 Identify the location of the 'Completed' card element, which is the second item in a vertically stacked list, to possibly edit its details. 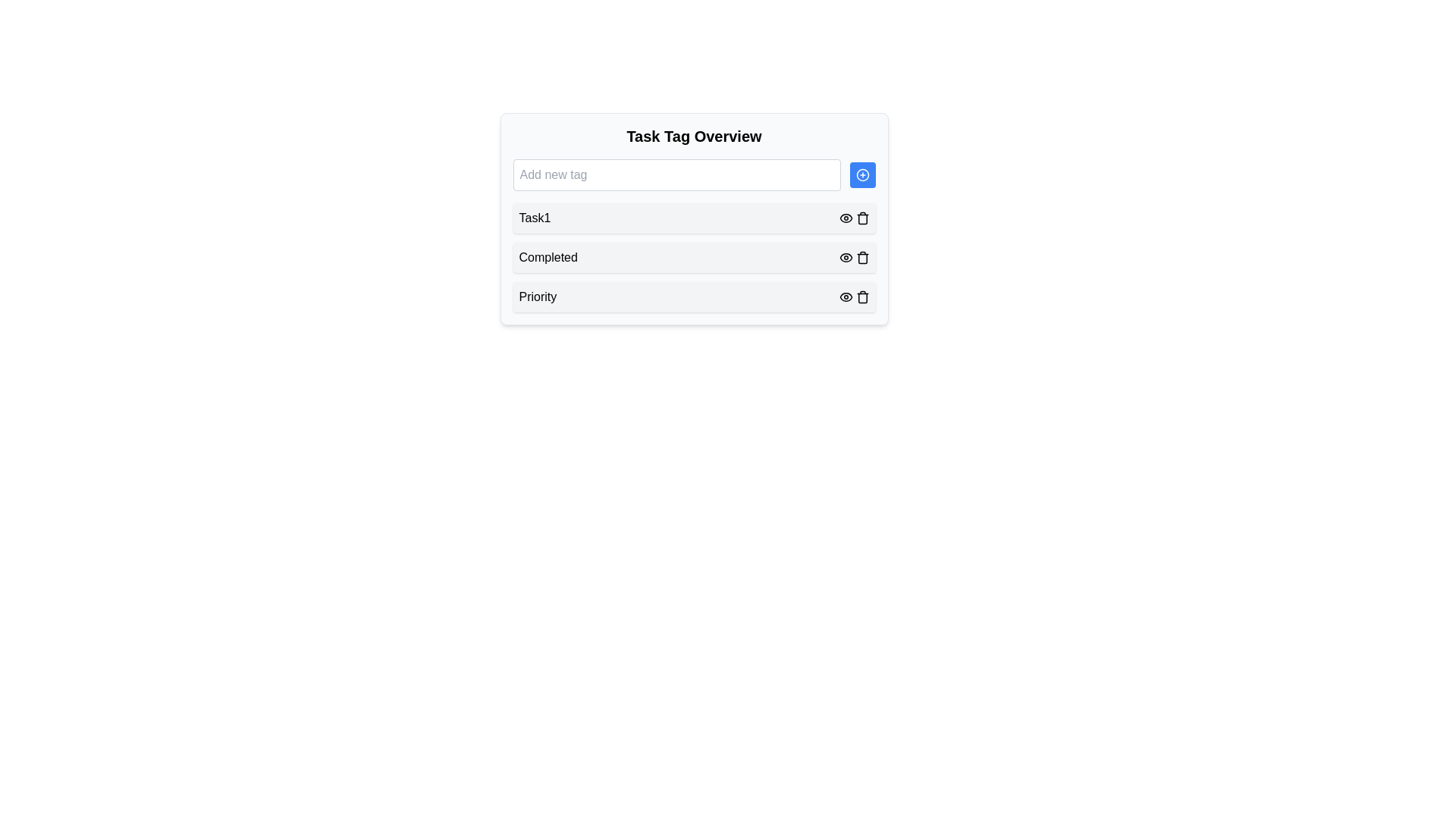
(693, 256).